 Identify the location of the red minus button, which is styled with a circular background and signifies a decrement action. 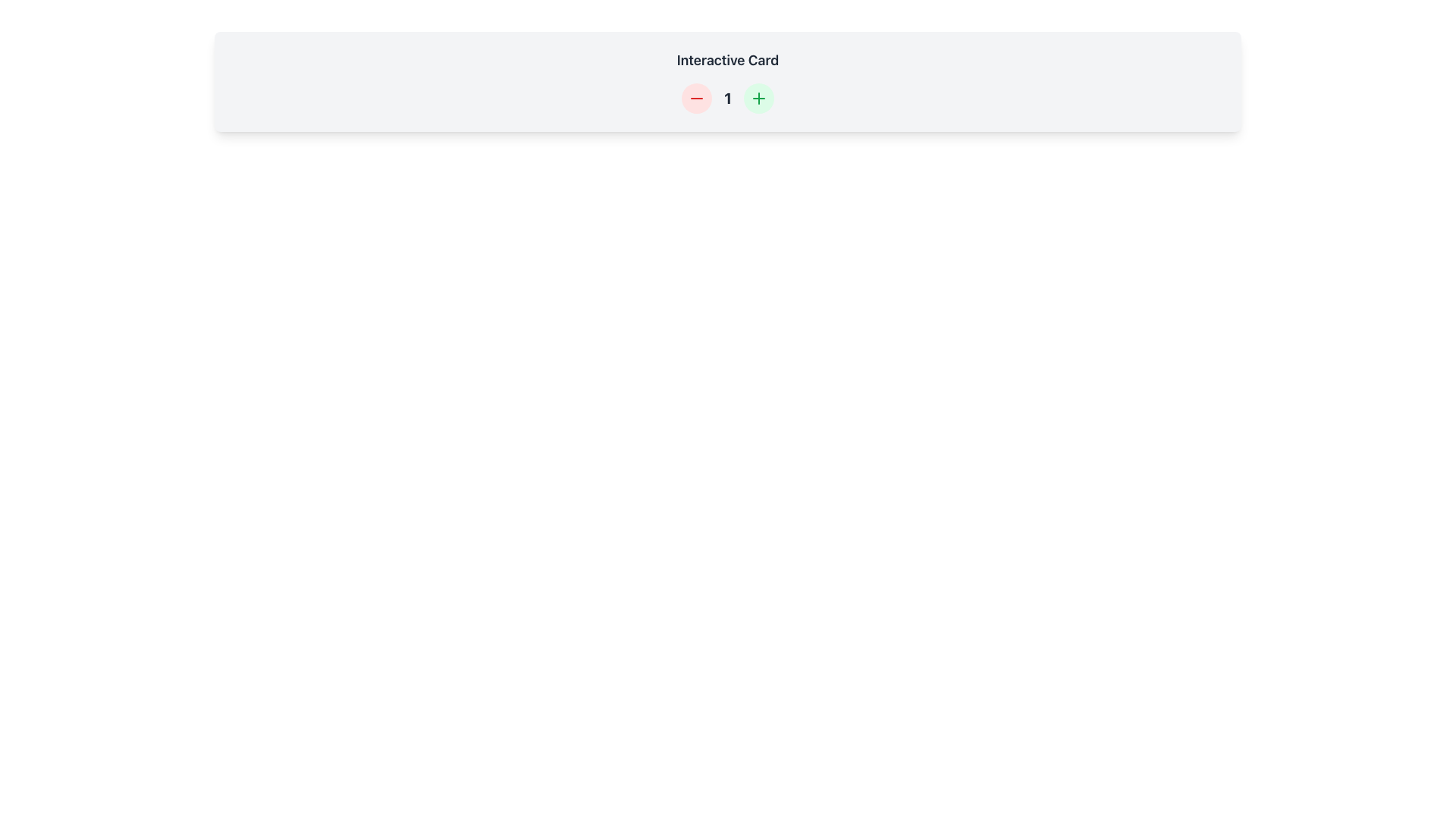
(696, 99).